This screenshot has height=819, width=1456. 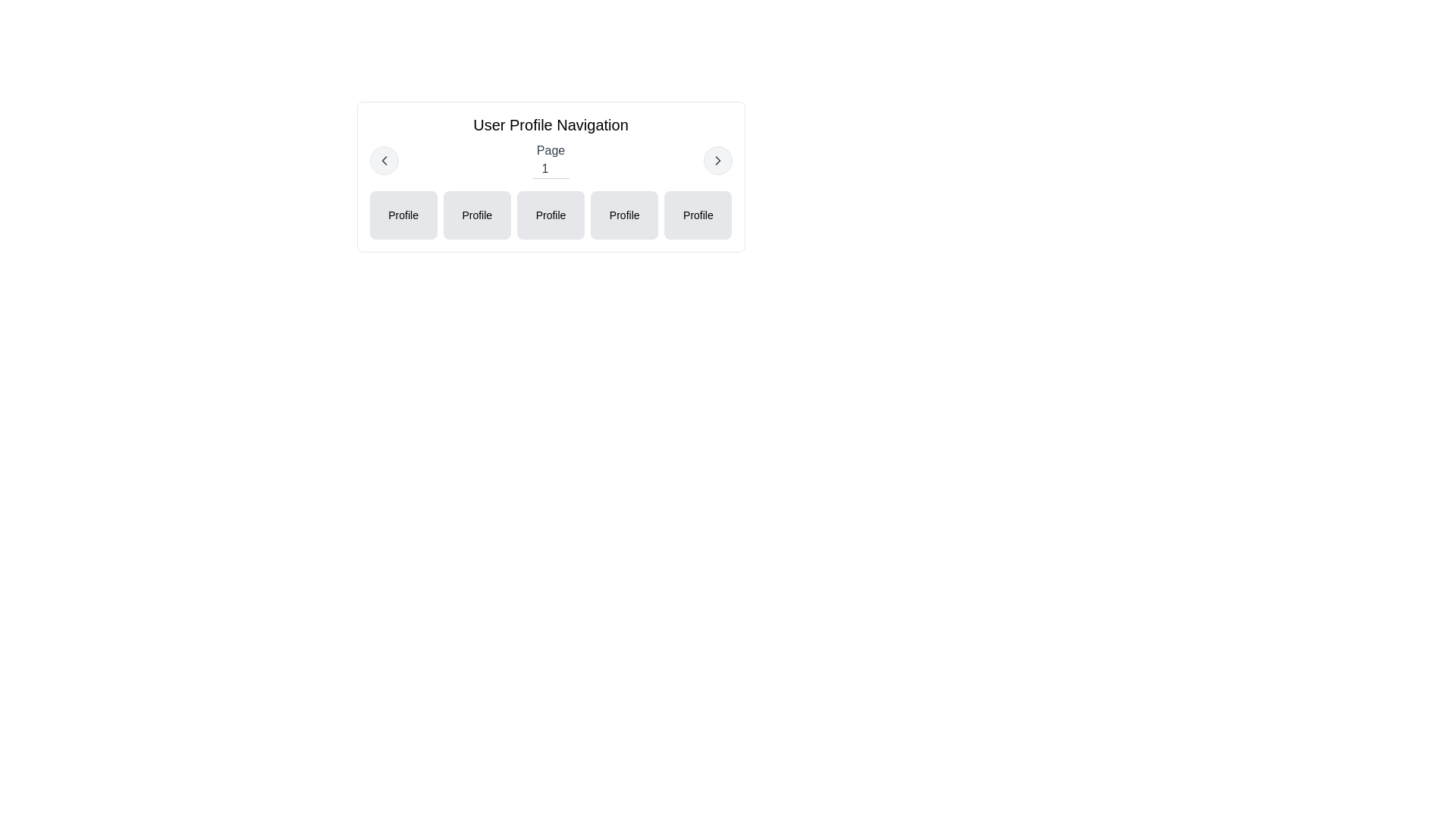 I want to click on the 'Profile' button located in the top-right corner of a horizontal grid of five buttons, so click(x=697, y=215).